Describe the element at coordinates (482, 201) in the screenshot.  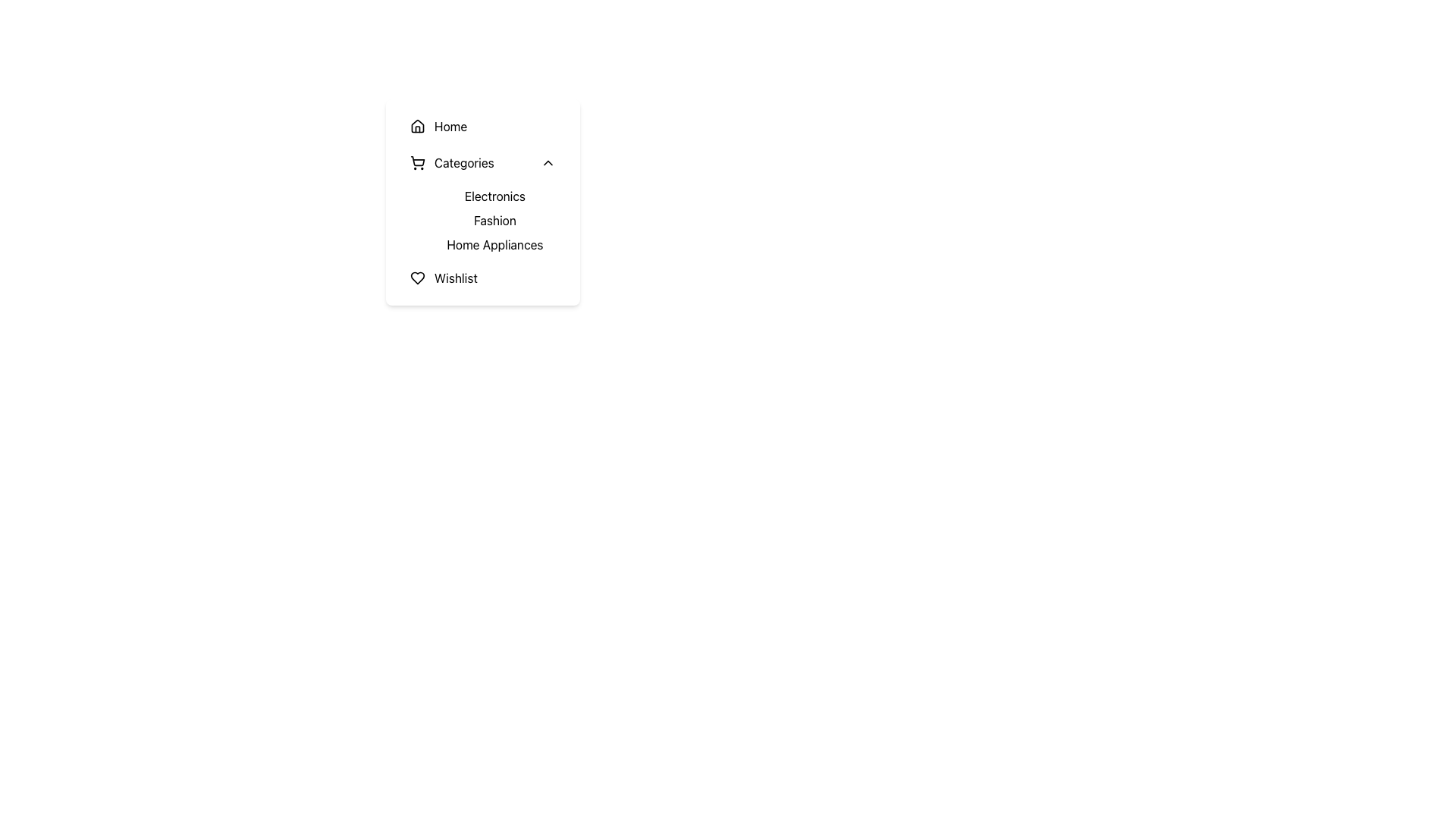
I see `the 'Electronics' link, which is the first option under the 'Categories' heading` at that location.